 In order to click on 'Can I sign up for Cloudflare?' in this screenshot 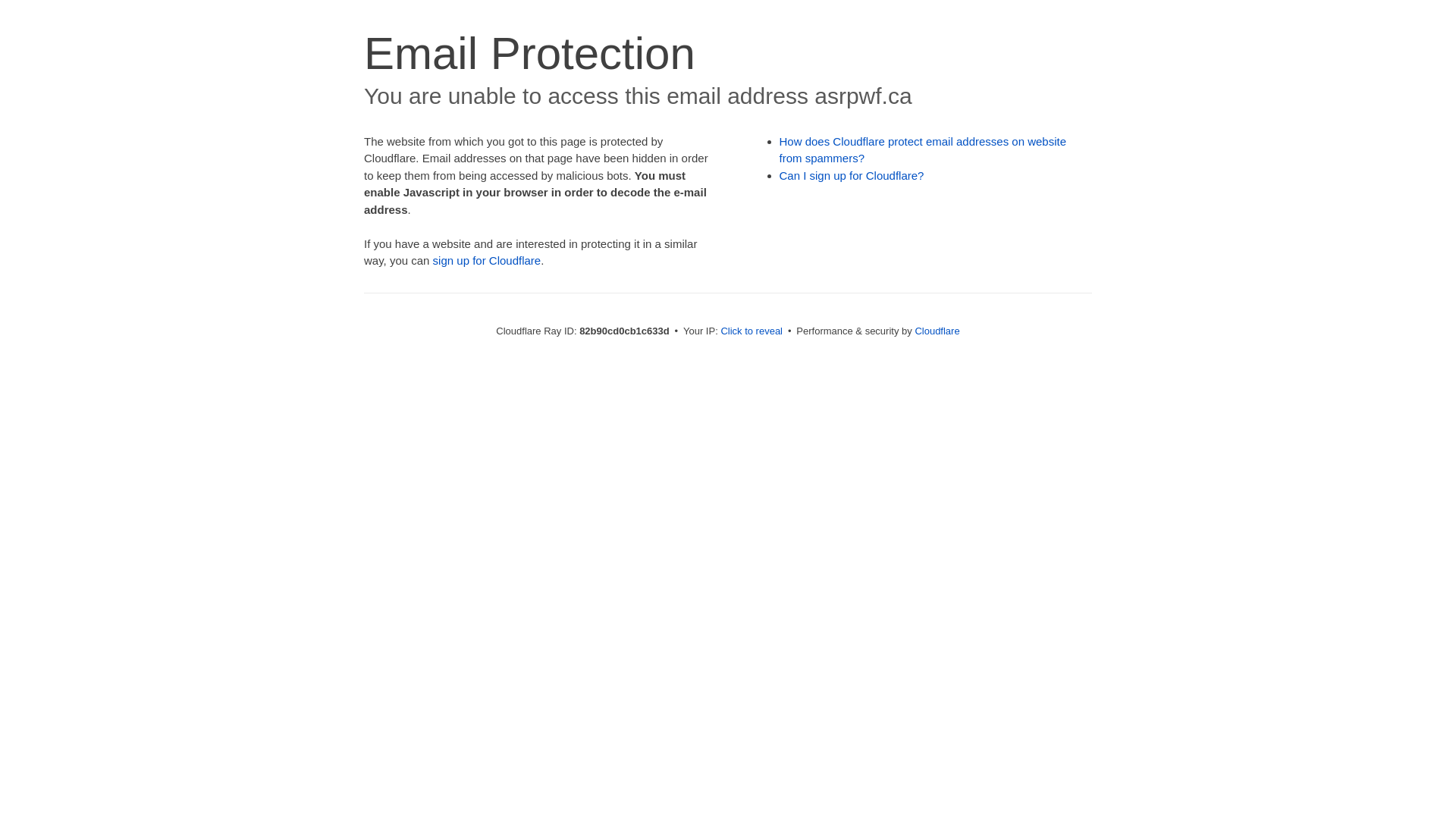, I will do `click(852, 174)`.